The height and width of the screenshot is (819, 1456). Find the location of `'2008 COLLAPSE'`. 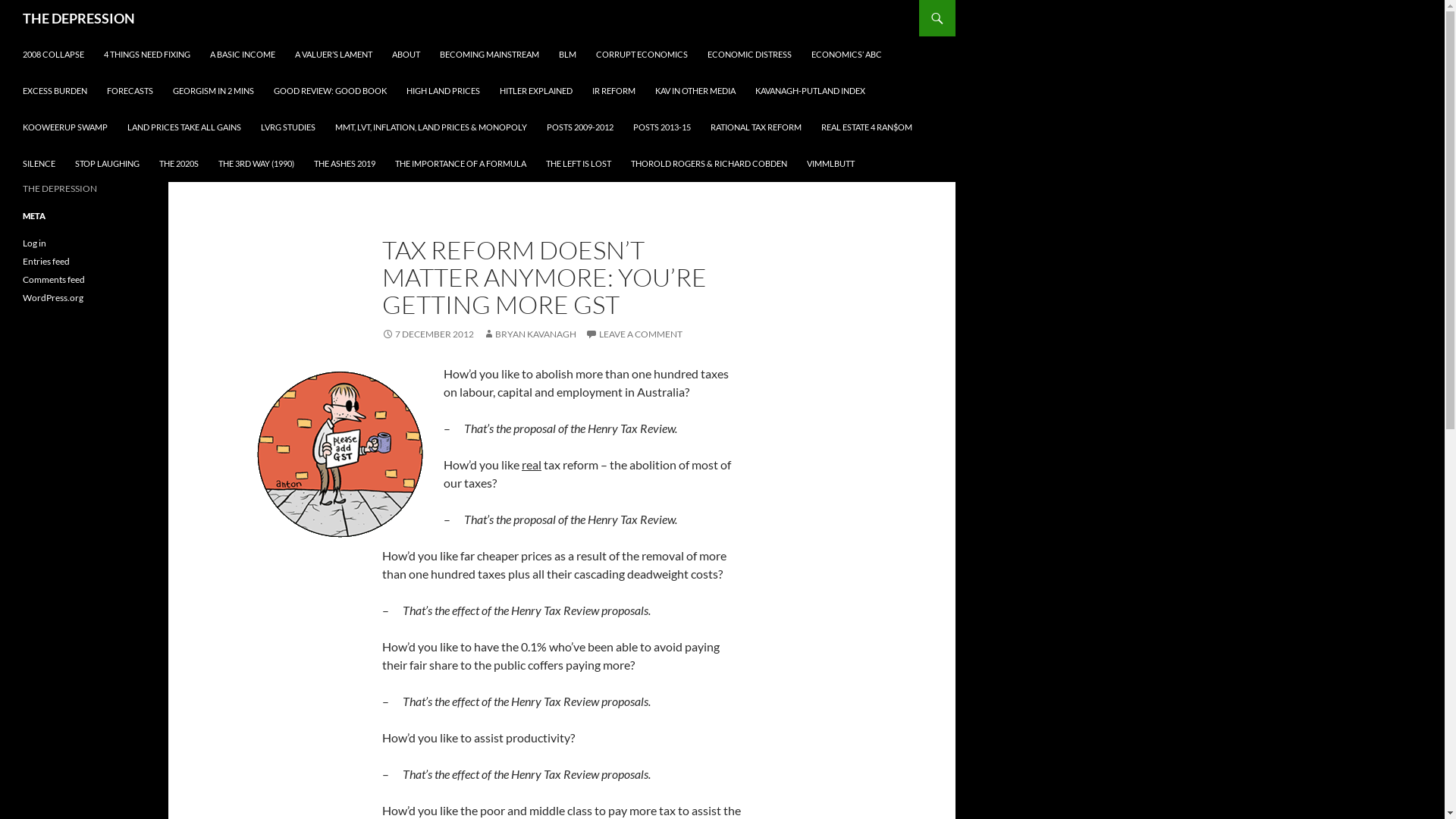

'2008 COLLAPSE' is located at coordinates (53, 54).